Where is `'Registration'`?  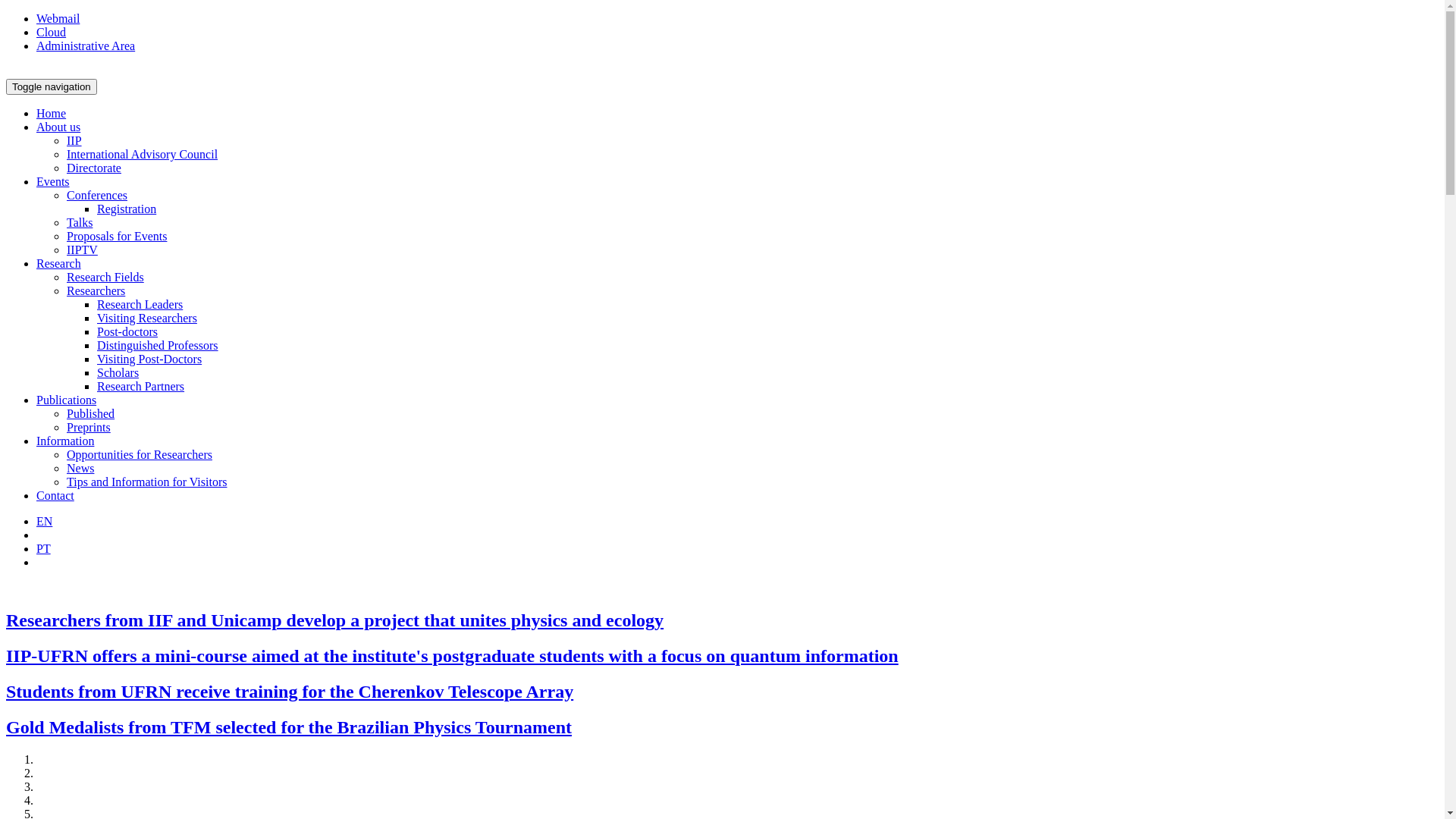 'Registration' is located at coordinates (96, 209).